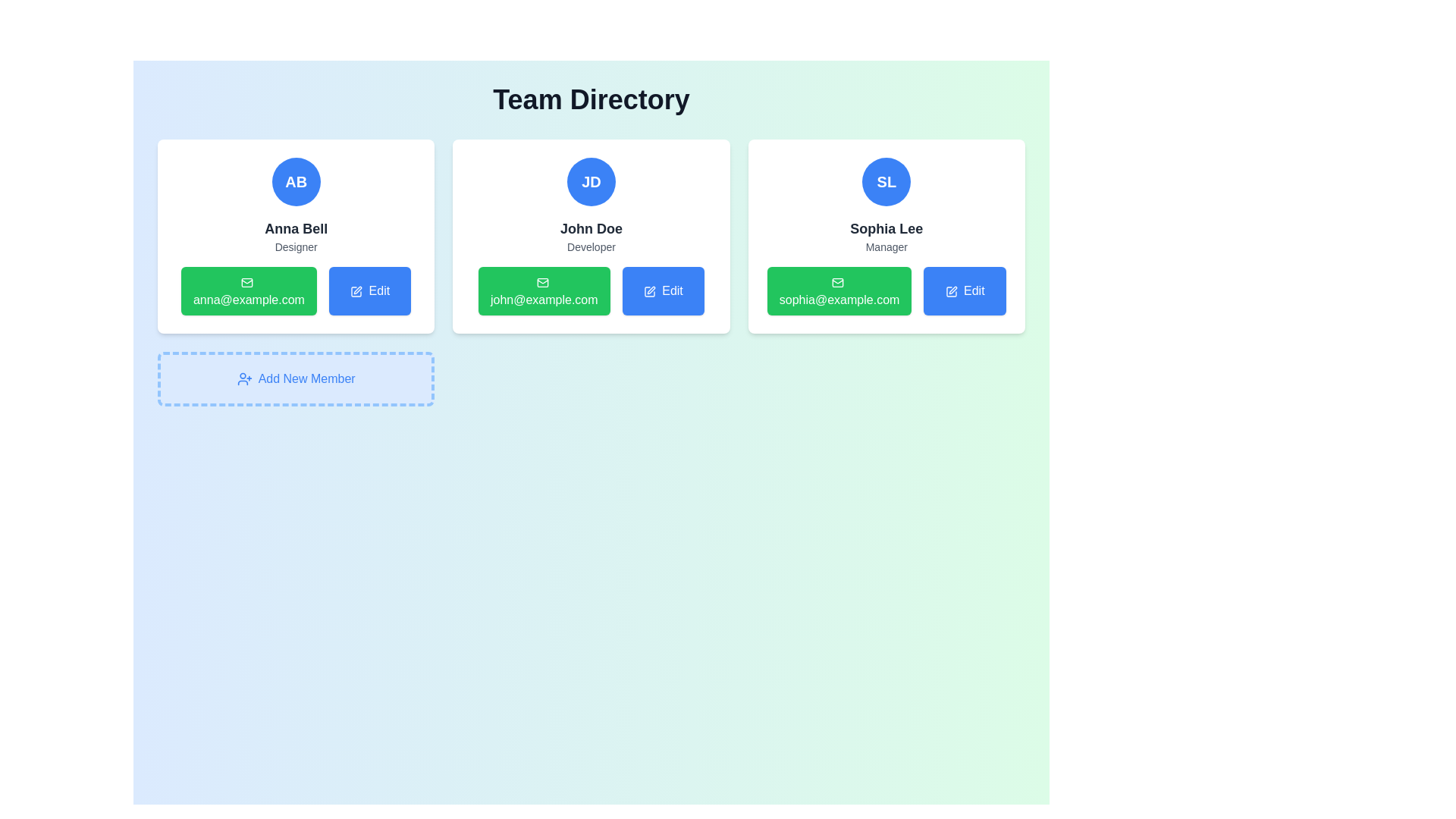 The width and height of the screenshot is (1456, 819). What do you see at coordinates (542, 282) in the screenshot?
I see `the mail icon represented by an envelope inside the green button labeled 'john@example.com', which is located below the profile for 'John Doe' in the second card from the left in the top row` at bounding box center [542, 282].